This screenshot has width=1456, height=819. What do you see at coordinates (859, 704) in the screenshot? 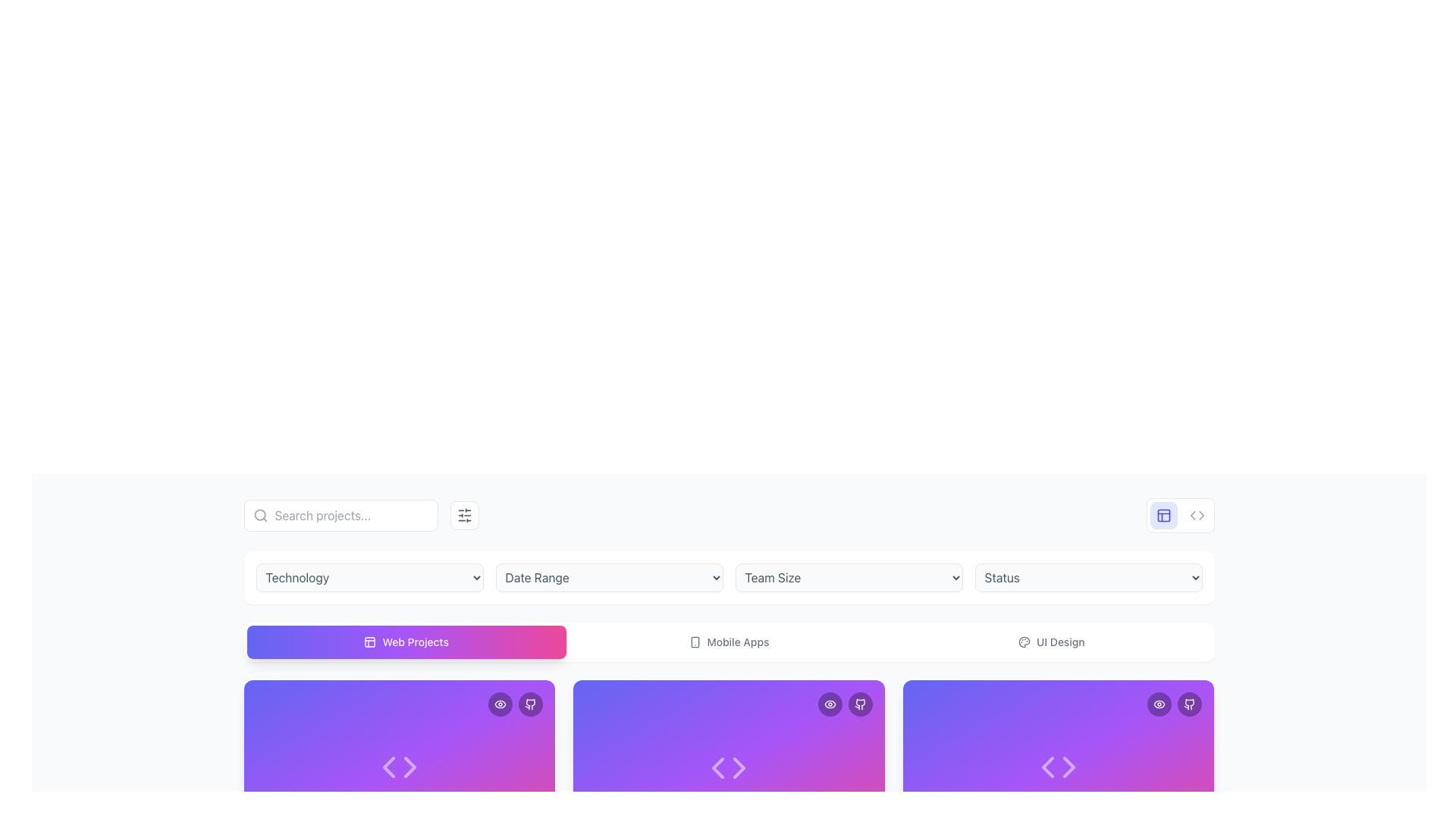
I see `the circular button with a black semi-transparent background and a white GitHub logo` at bounding box center [859, 704].